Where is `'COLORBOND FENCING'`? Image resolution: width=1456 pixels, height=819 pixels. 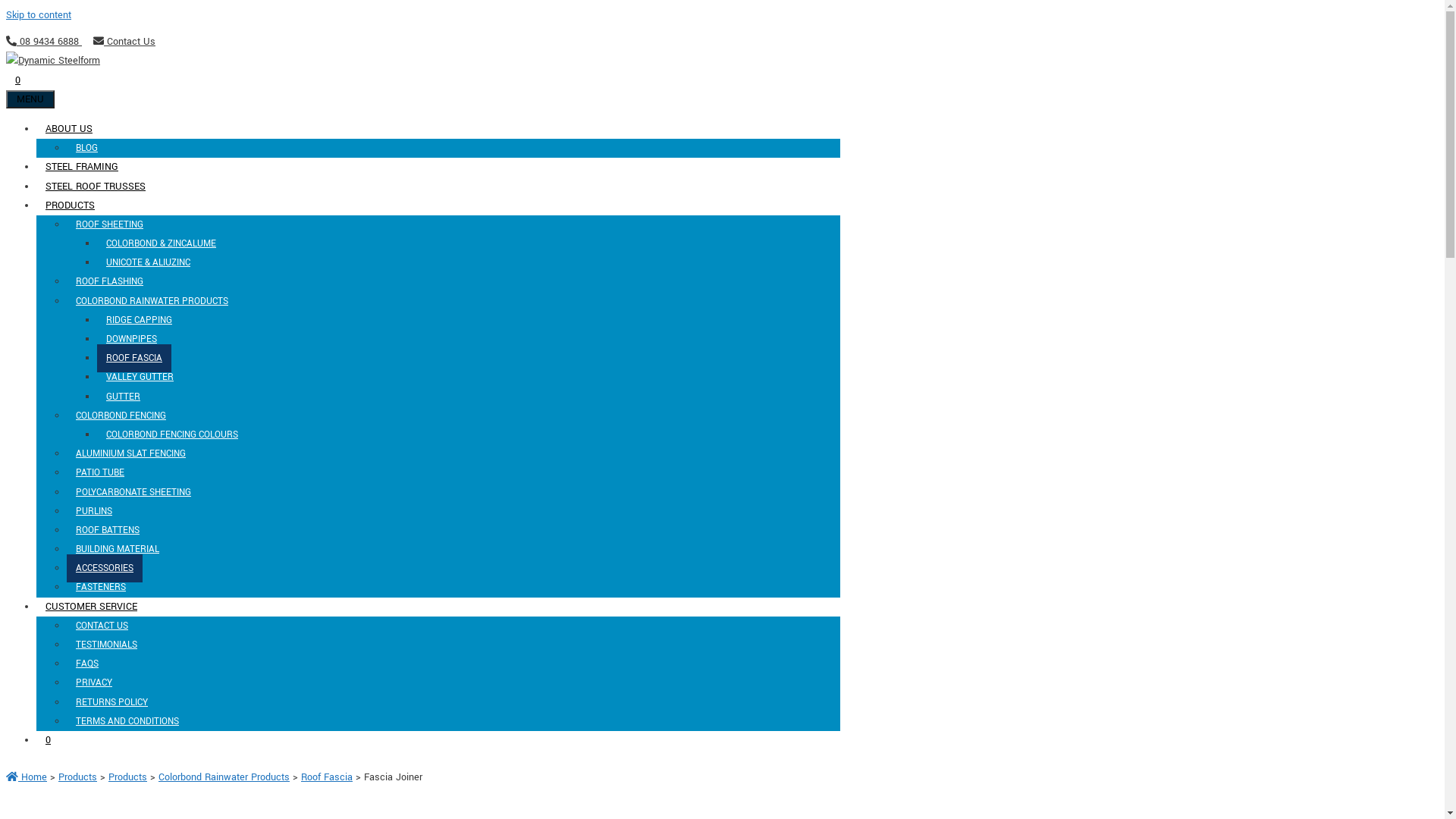 'COLORBOND FENCING' is located at coordinates (125, 416).